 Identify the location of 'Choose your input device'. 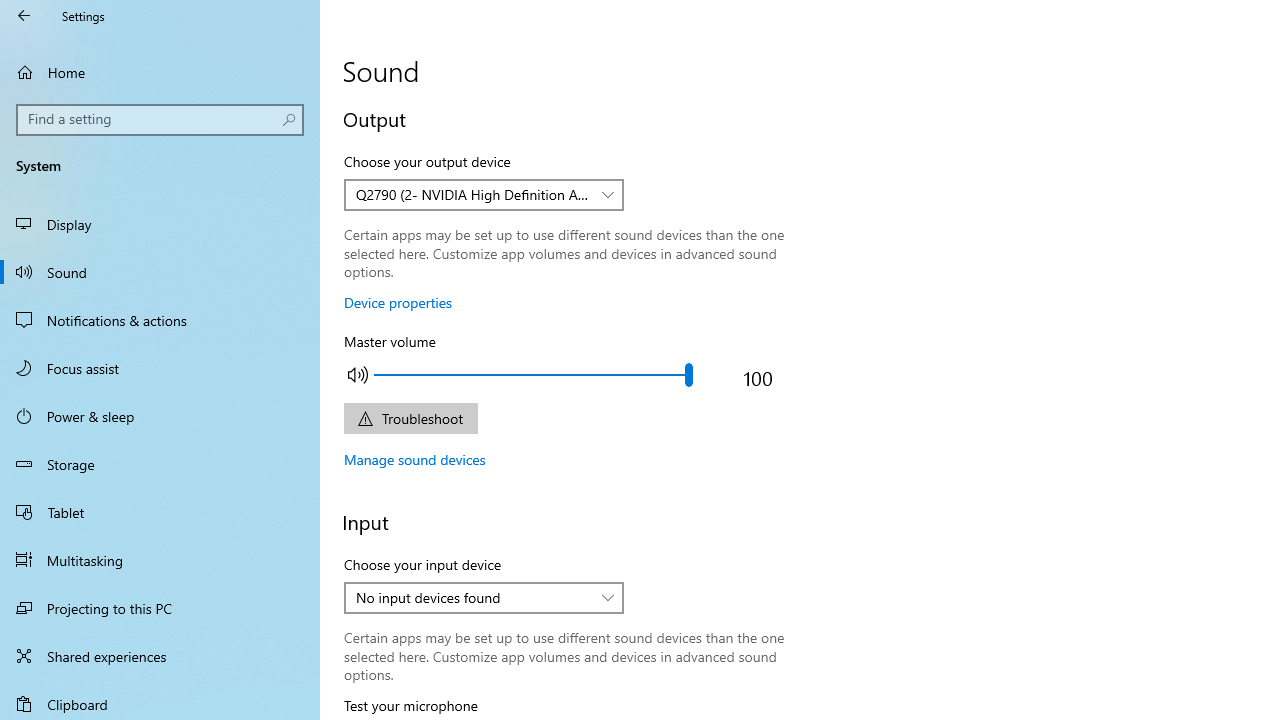
(484, 596).